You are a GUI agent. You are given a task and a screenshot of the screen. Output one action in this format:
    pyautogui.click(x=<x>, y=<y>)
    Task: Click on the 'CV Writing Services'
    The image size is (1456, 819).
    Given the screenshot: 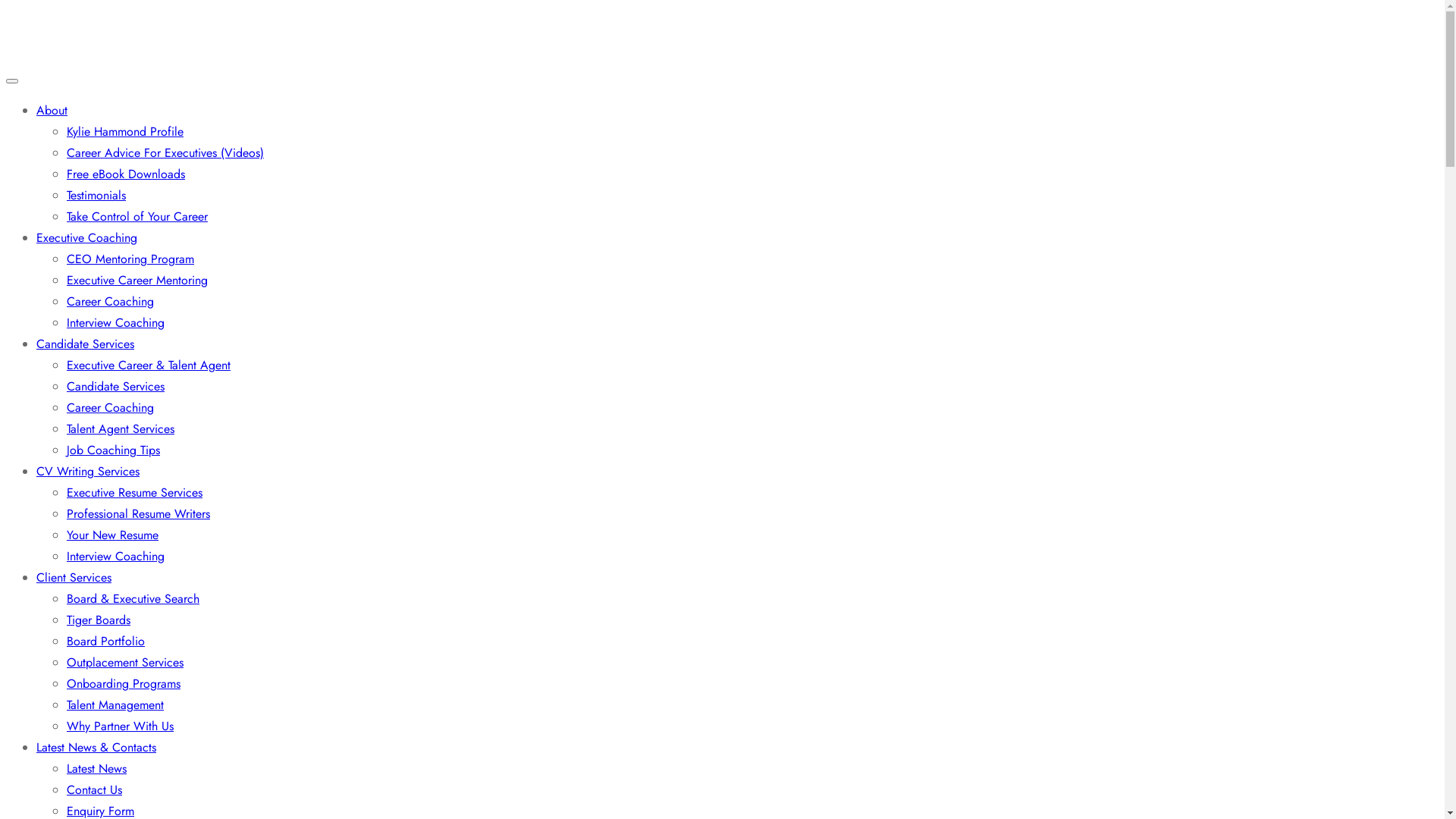 What is the action you would take?
    pyautogui.click(x=86, y=470)
    